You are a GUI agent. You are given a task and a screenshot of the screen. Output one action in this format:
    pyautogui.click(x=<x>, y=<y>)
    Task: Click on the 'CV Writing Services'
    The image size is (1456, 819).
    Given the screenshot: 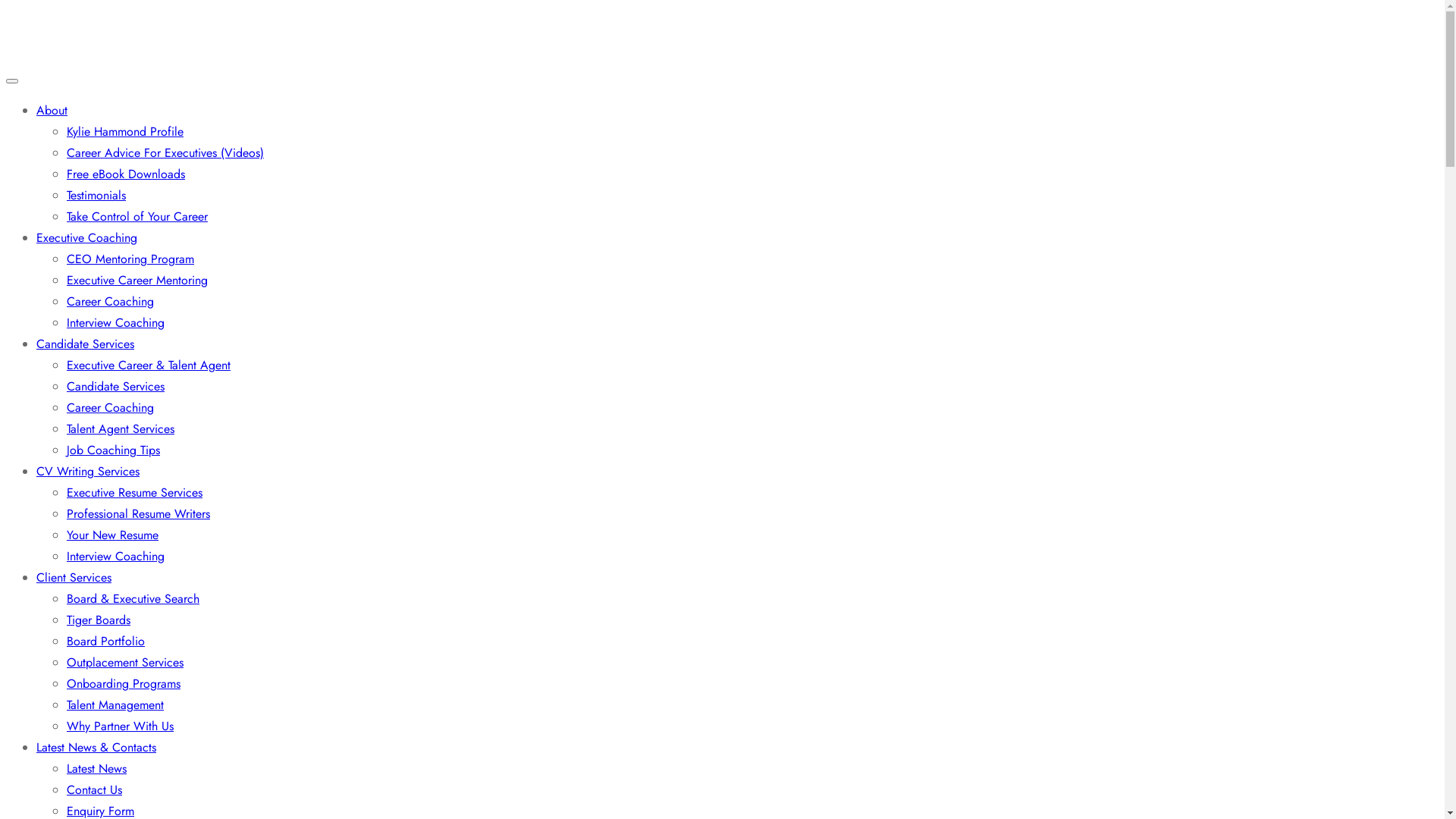 What is the action you would take?
    pyautogui.click(x=86, y=470)
    